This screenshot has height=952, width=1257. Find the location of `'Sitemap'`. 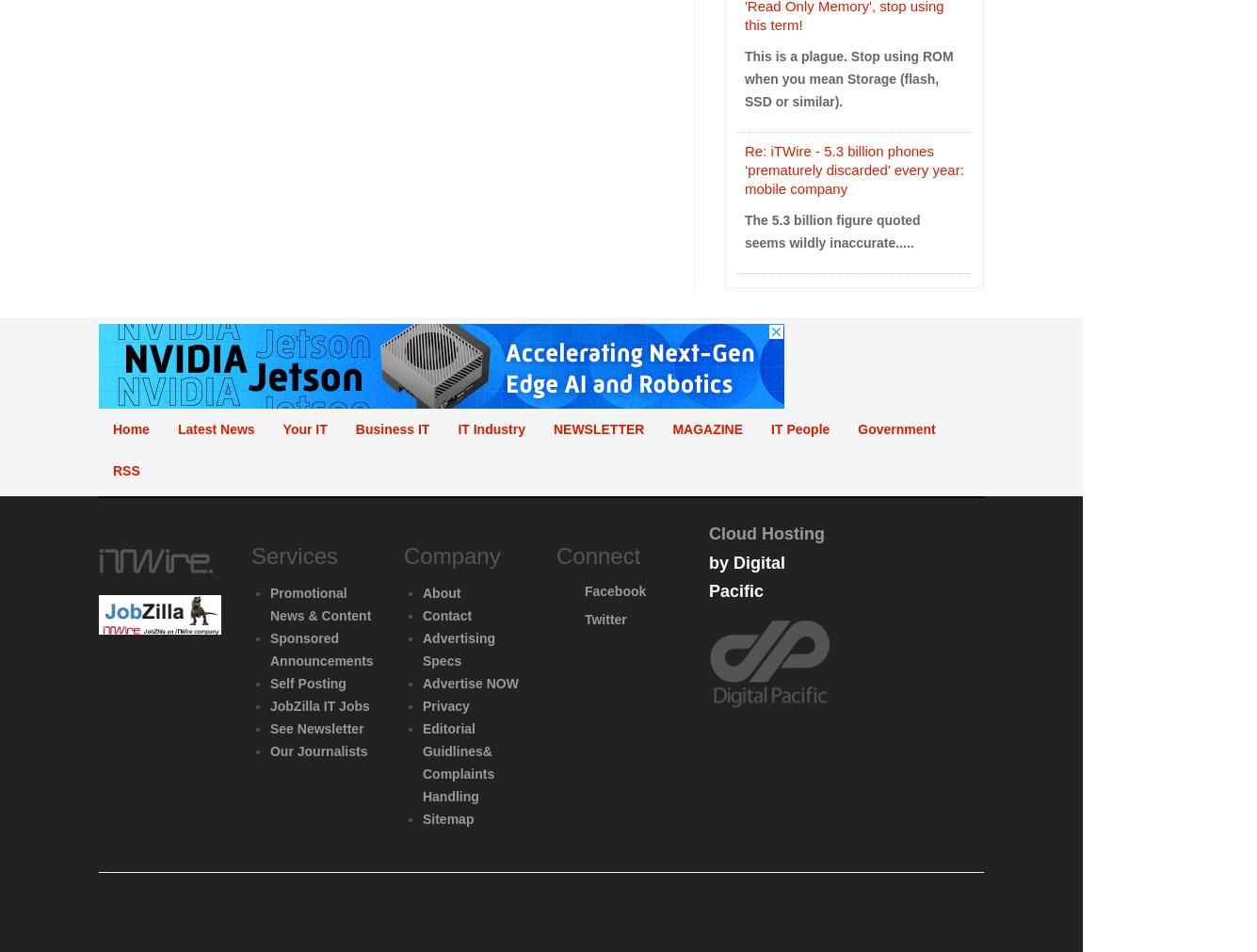

'Sitemap' is located at coordinates (447, 818).